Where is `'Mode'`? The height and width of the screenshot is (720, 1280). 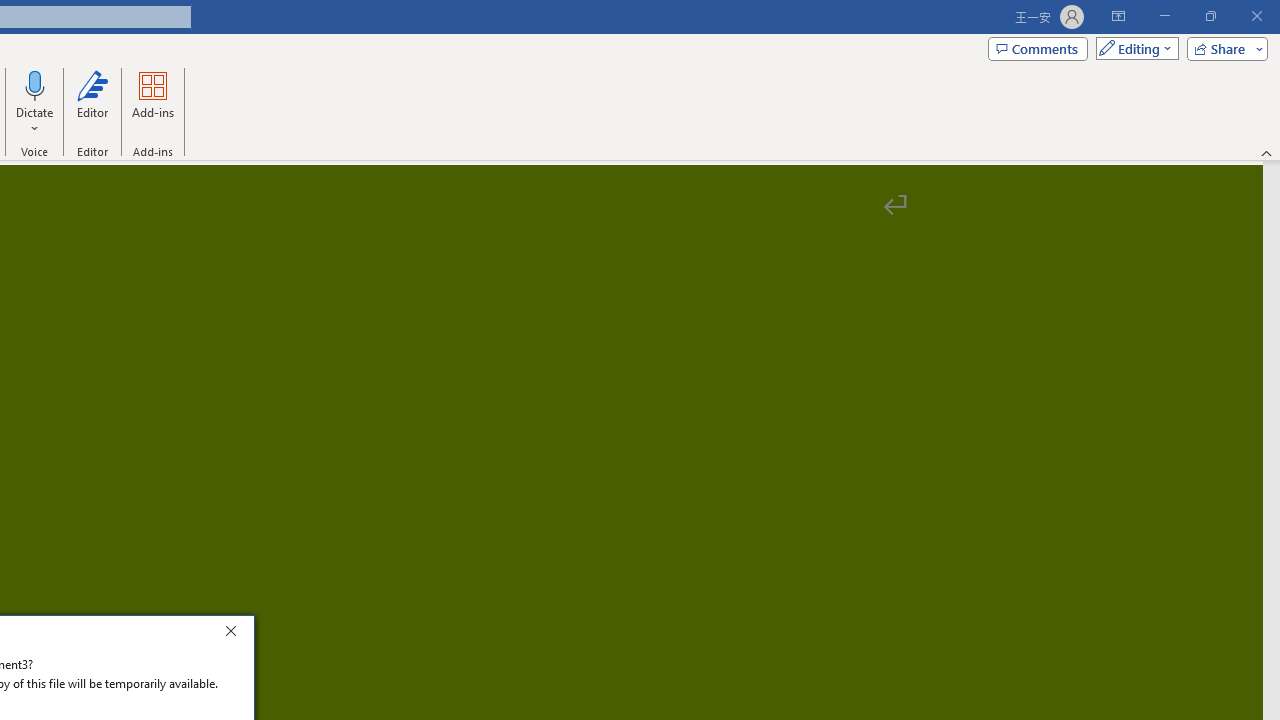
'Mode' is located at coordinates (1133, 47).